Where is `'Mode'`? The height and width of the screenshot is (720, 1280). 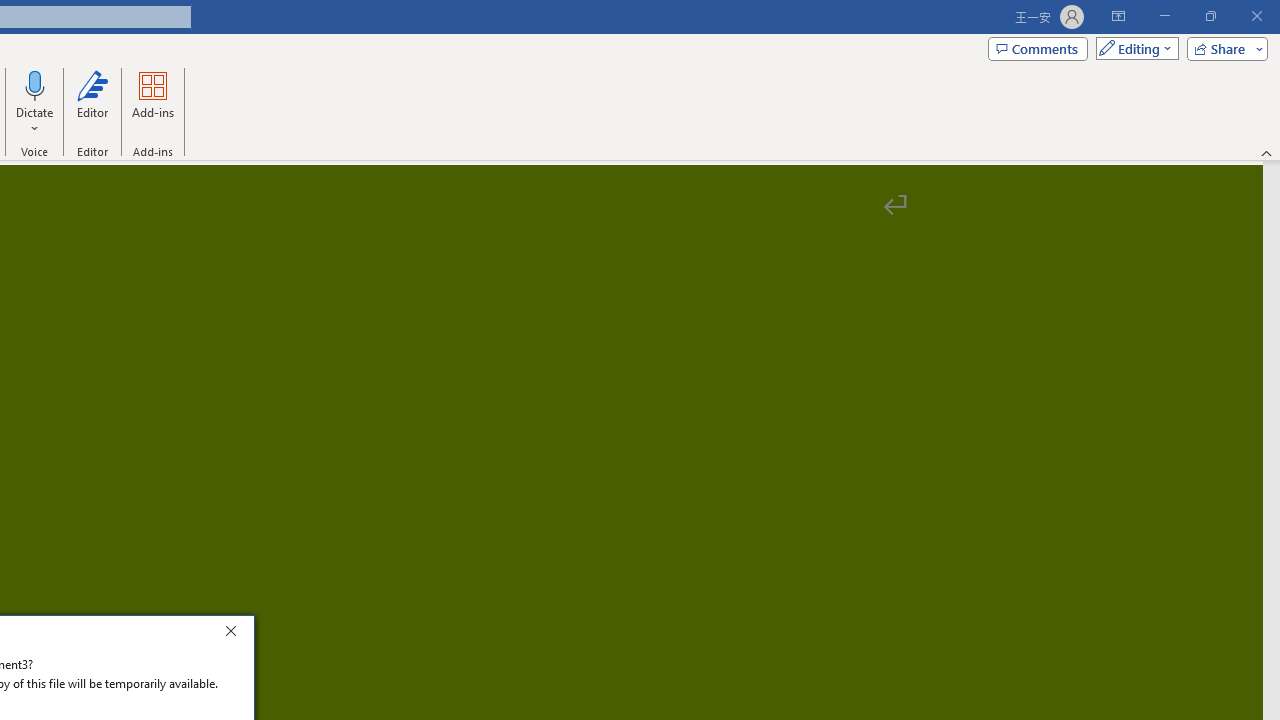
'Mode' is located at coordinates (1133, 47).